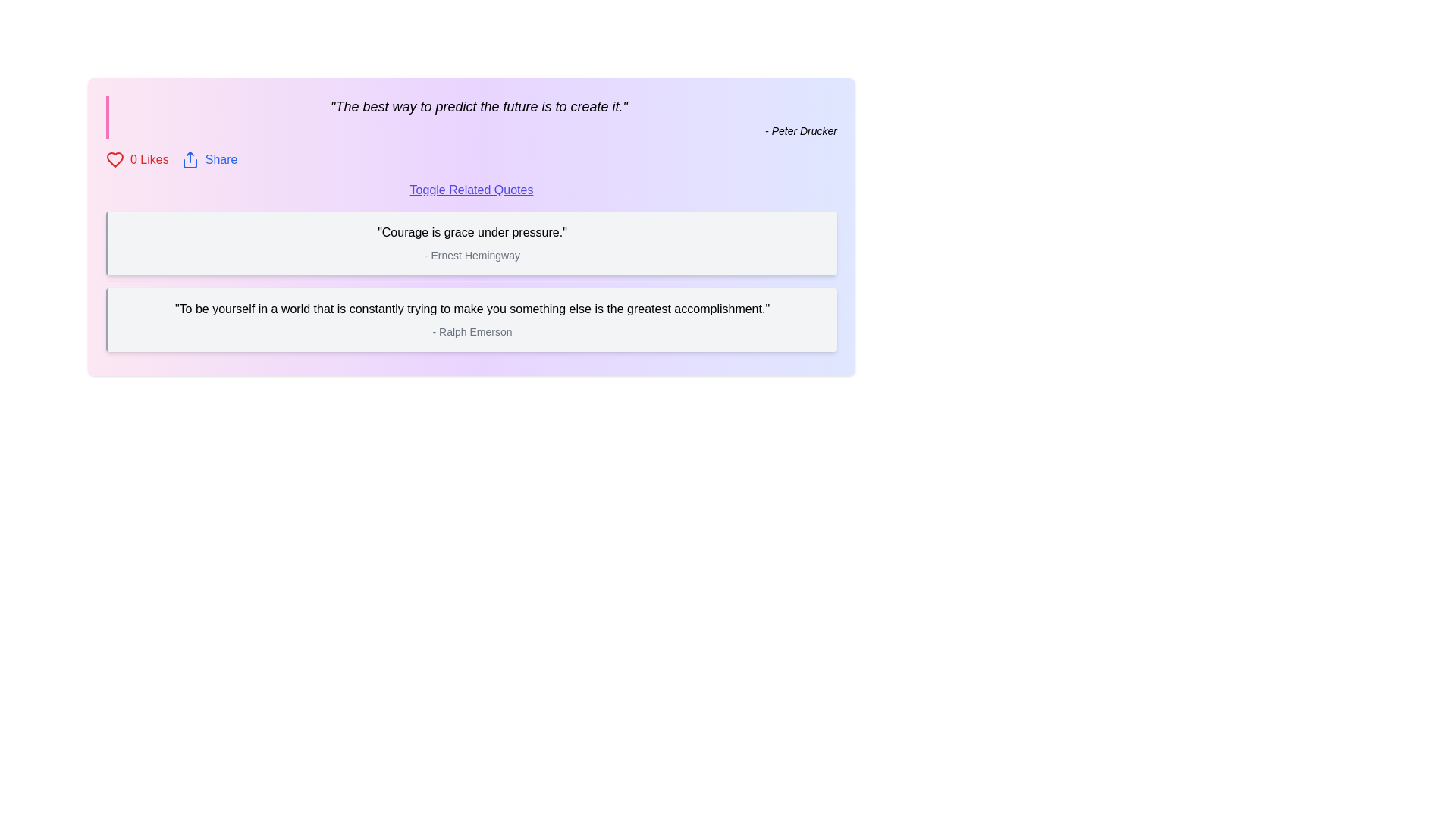 The image size is (1456, 819). Describe the element at coordinates (471, 189) in the screenshot. I see `the hyperlink that toggles the visibility of related quotes in the interface` at that location.